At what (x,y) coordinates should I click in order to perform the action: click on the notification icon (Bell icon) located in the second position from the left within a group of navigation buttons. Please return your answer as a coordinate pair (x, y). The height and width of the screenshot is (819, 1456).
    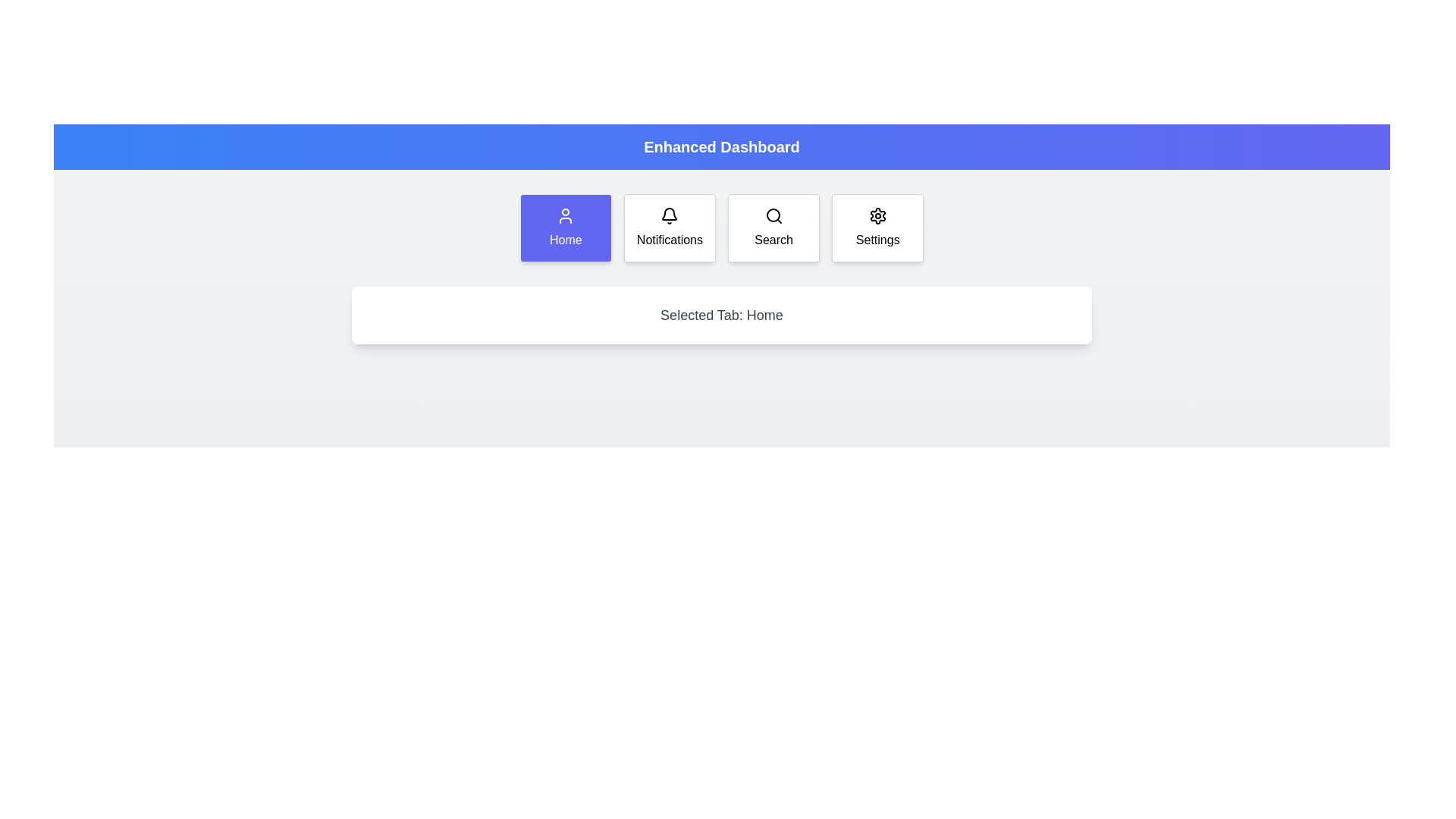
    Looking at the image, I should click on (669, 216).